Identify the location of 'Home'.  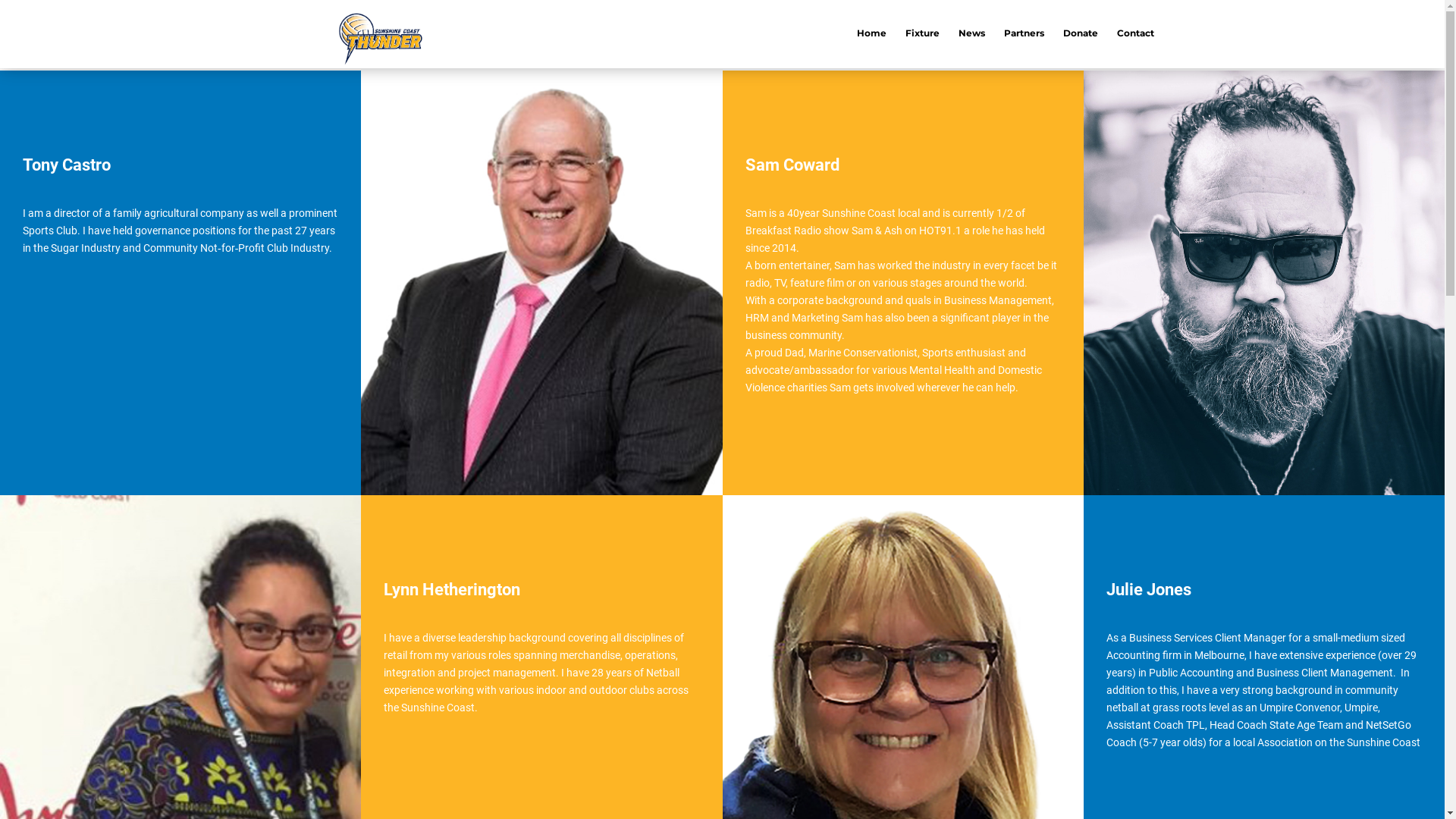
(871, 34).